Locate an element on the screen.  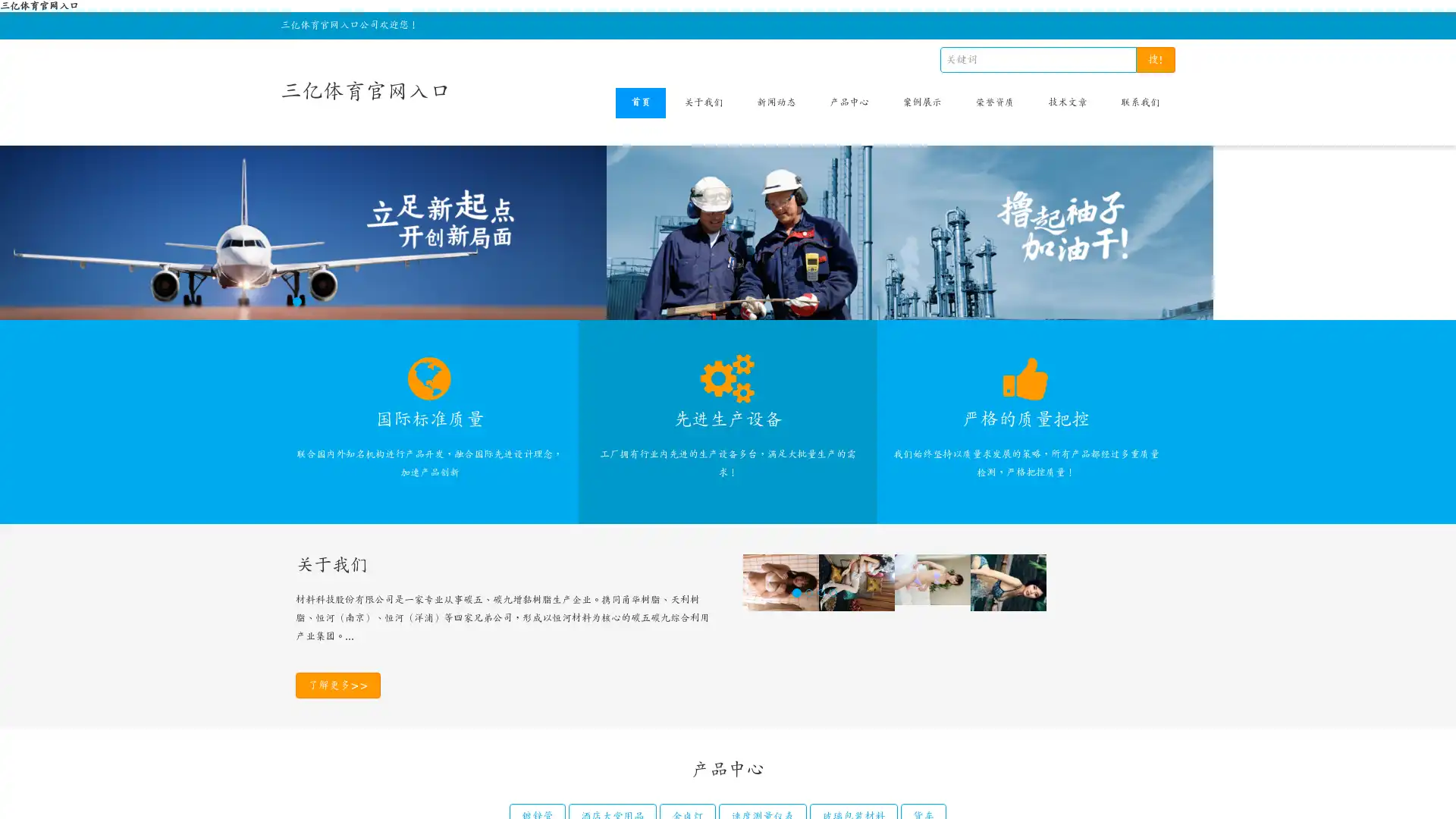
! is located at coordinates (1155, 58).